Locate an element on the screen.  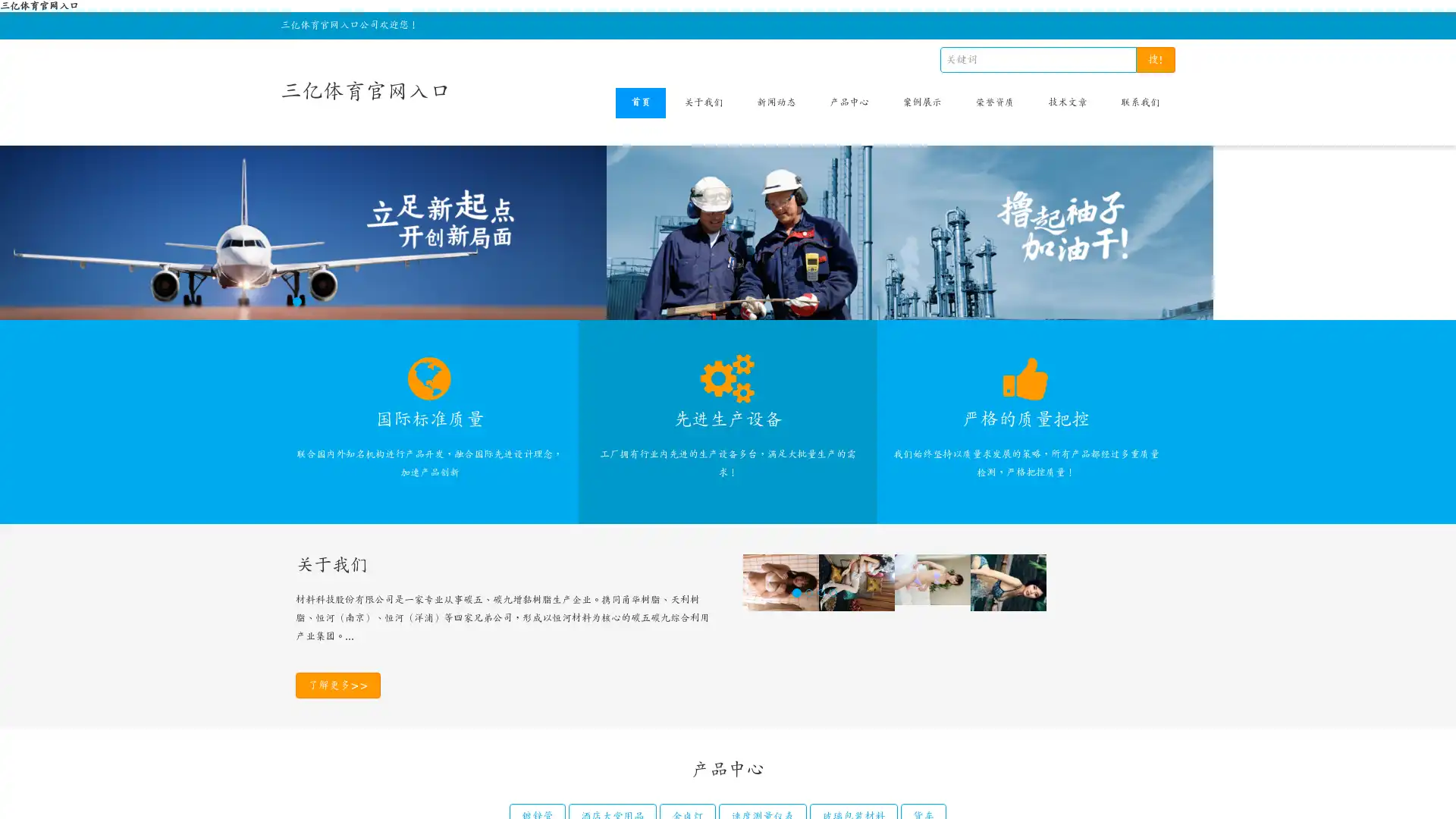
! is located at coordinates (1155, 58).